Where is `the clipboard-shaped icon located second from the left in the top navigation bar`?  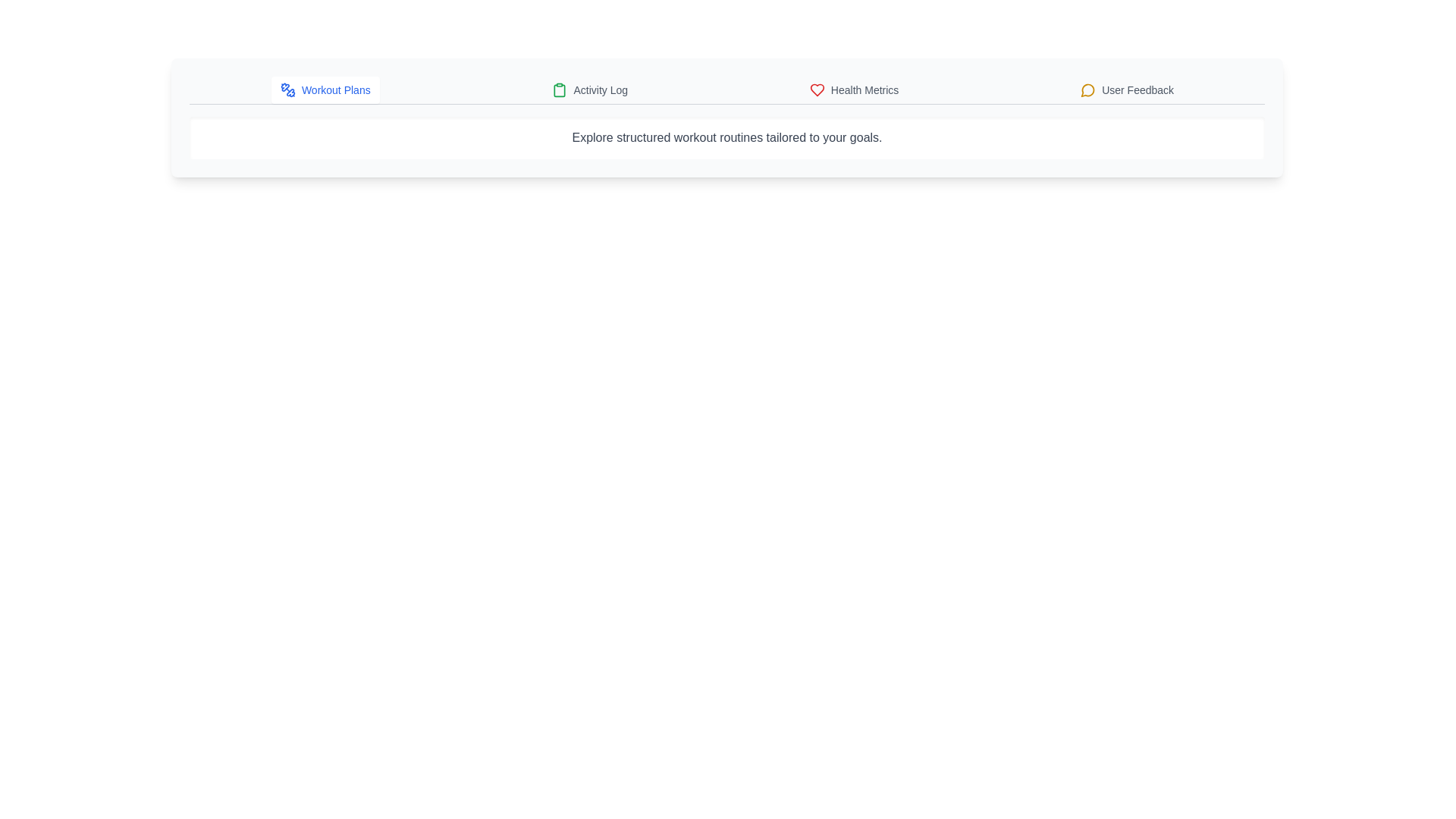
the clipboard-shaped icon located second from the left in the top navigation bar is located at coordinates (559, 90).